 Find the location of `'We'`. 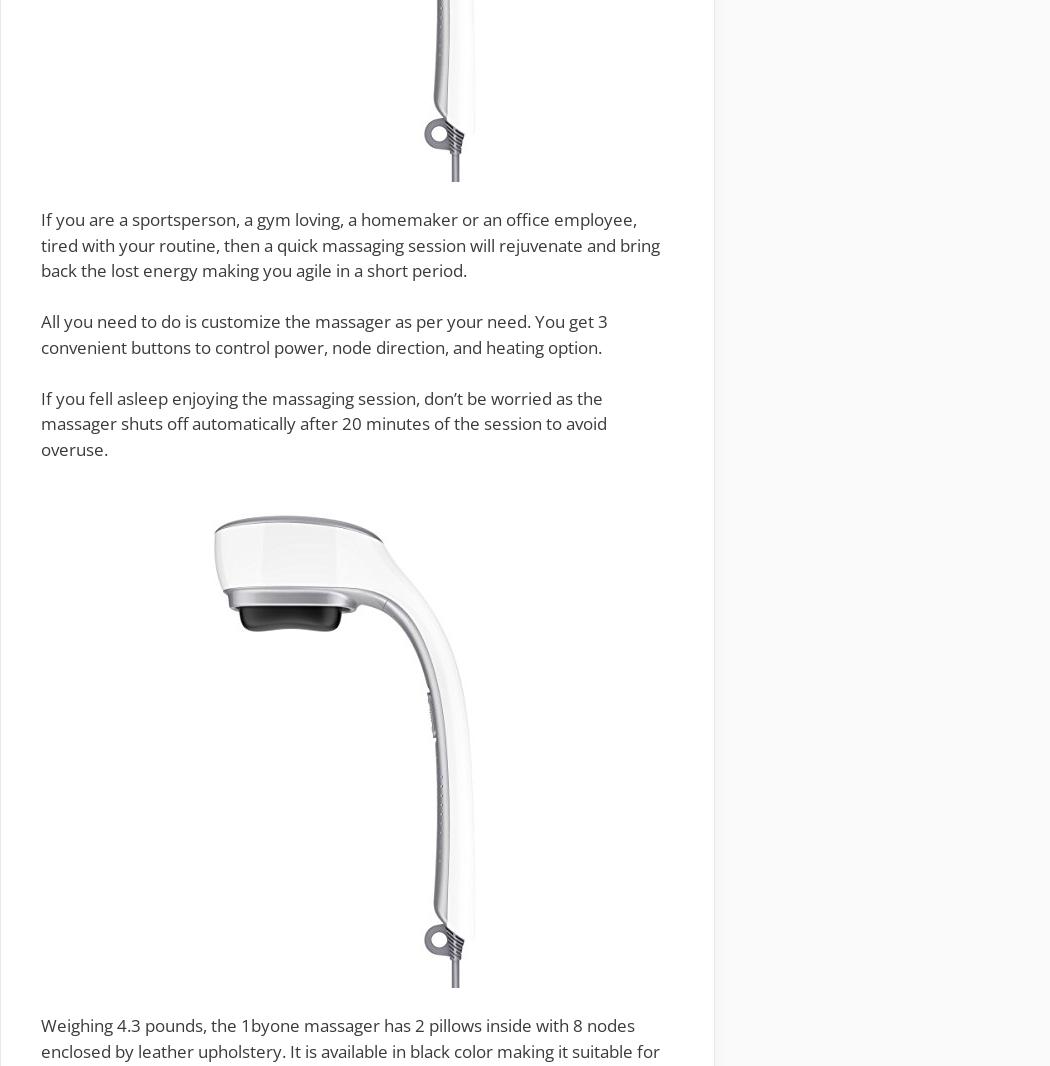

'We' is located at coordinates (52, 1025).